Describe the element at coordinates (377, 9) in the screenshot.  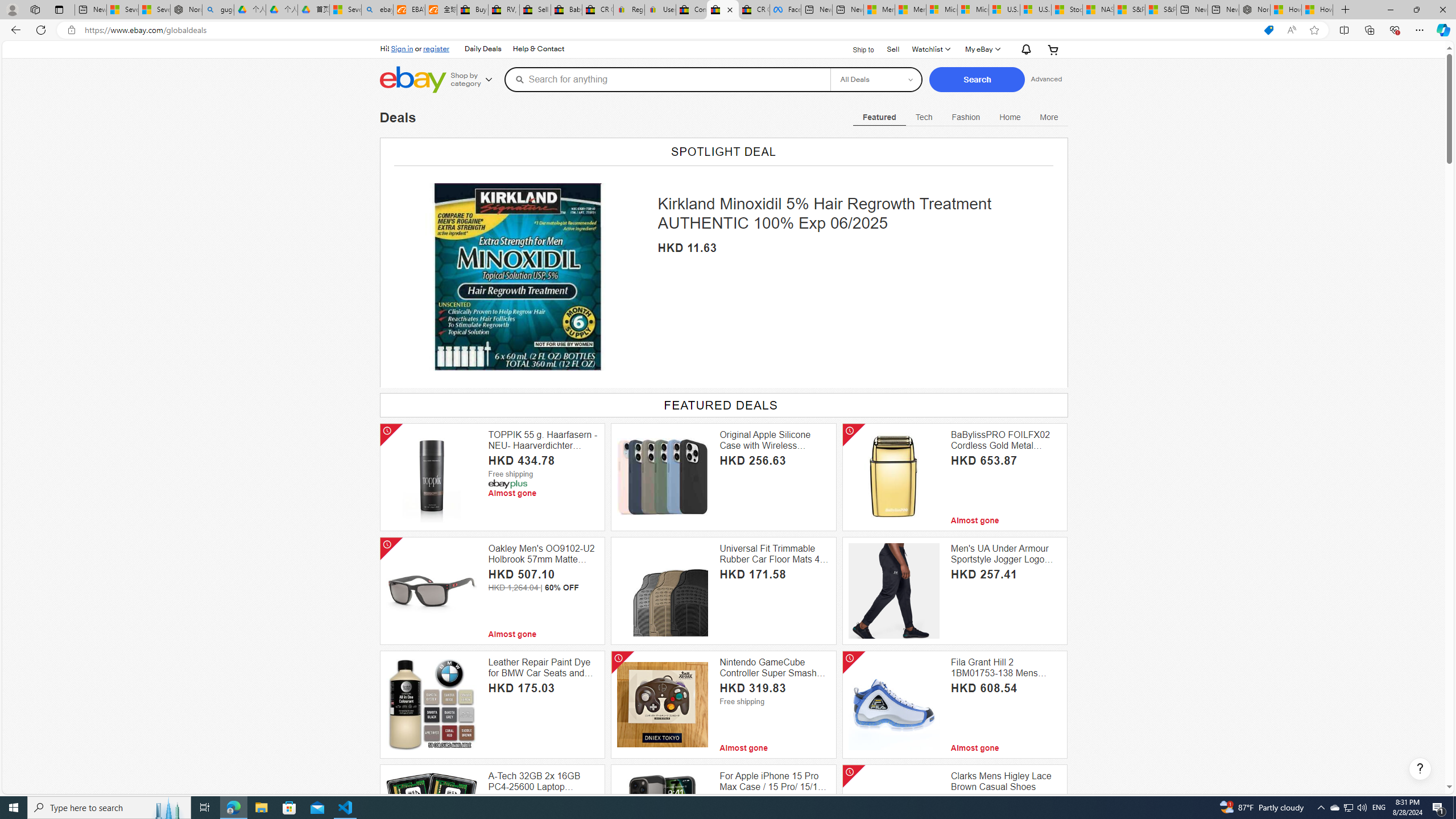
I see `'ebay - Search'` at that location.